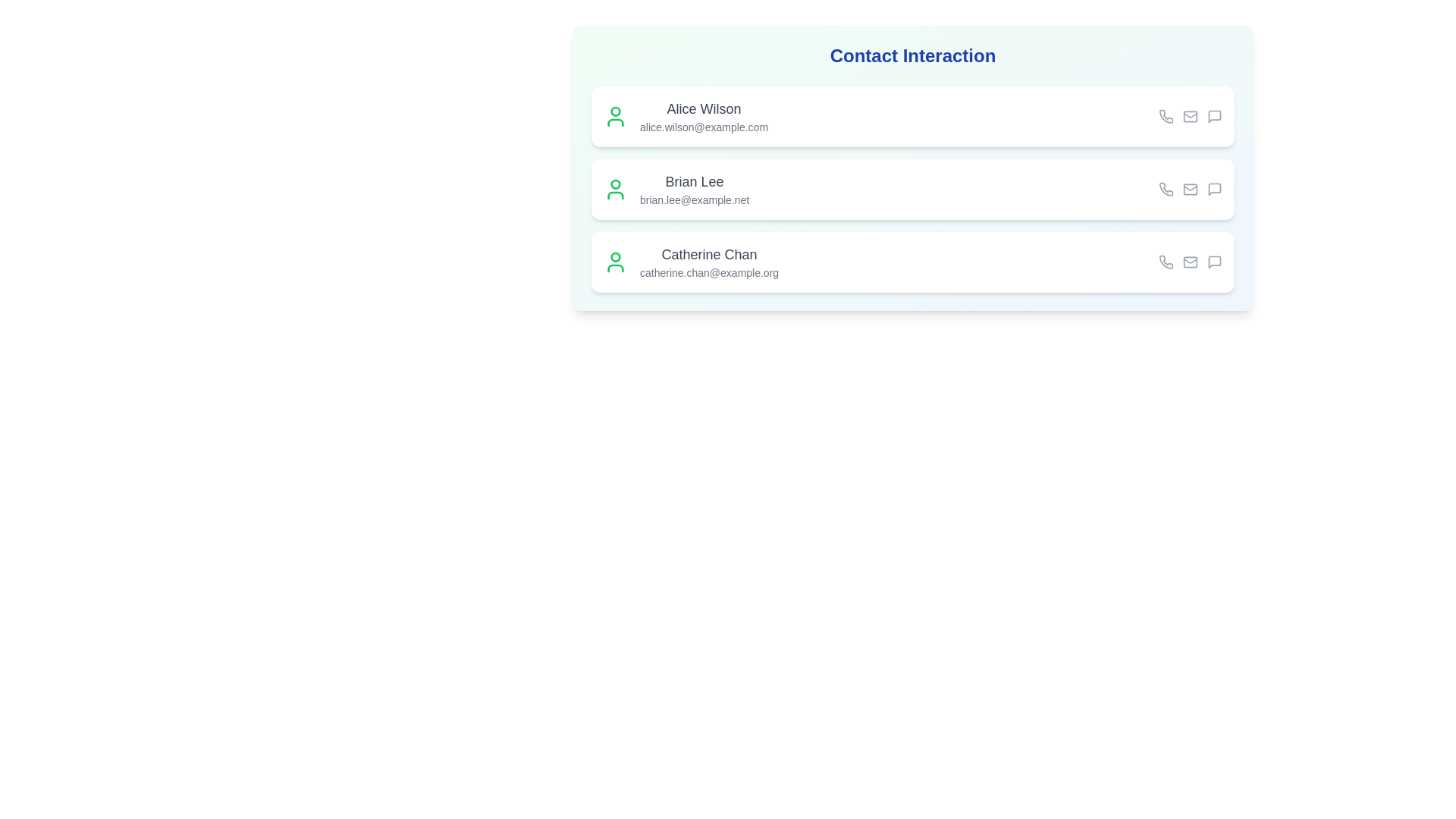  What do you see at coordinates (1189, 262) in the screenshot?
I see `mail icon for Catherine Chan to simulate composing an email` at bounding box center [1189, 262].